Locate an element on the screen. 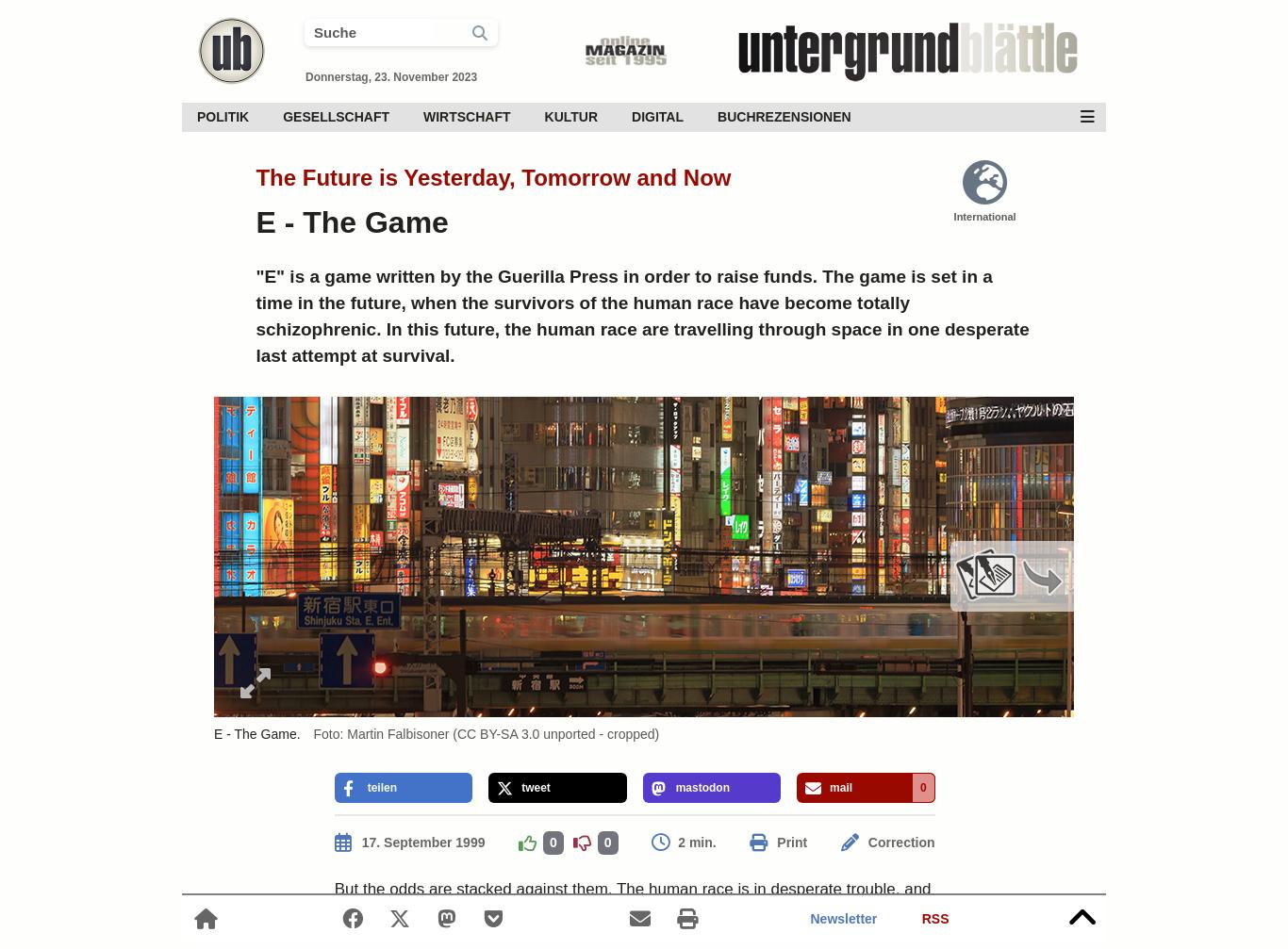 The image size is (1288, 949). 'Print' is located at coordinates (790, 842).